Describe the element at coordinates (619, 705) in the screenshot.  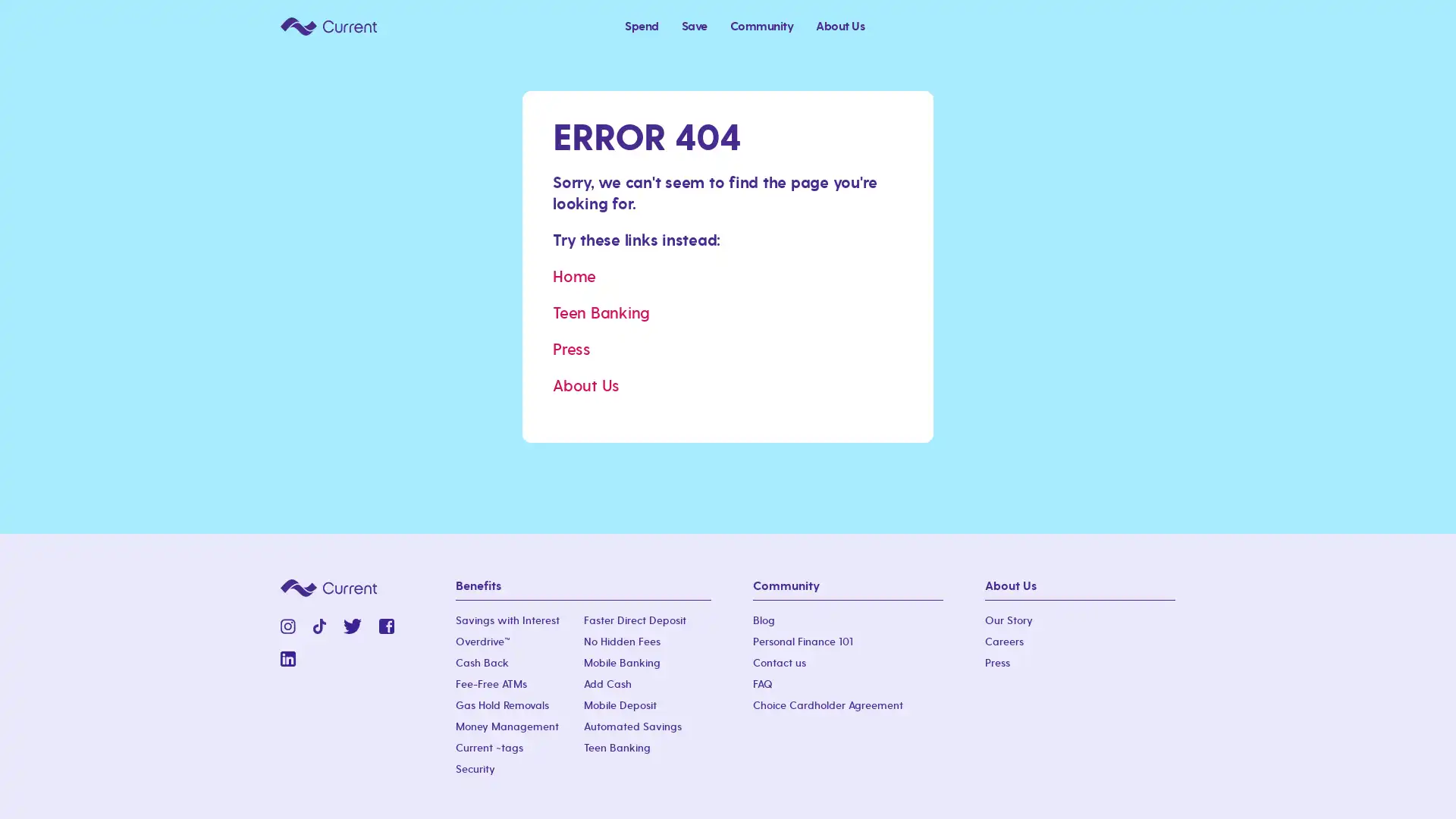
I see `Mobile Deposit` at that location.